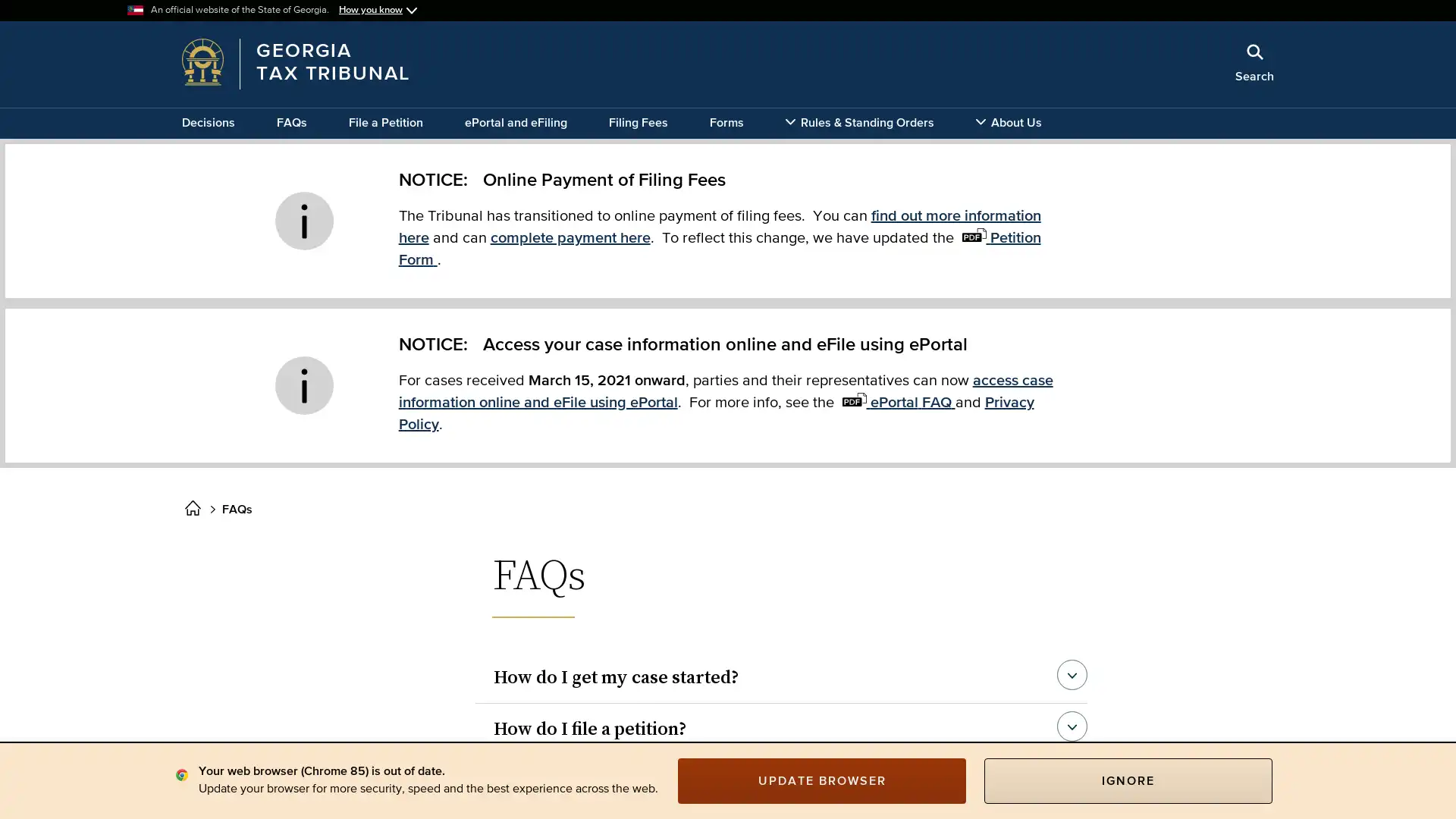 The width and height of the screenshot is (1456, 819). Describe the element at coordinates (326, 247) in the screenshot. I see `x` at that location.